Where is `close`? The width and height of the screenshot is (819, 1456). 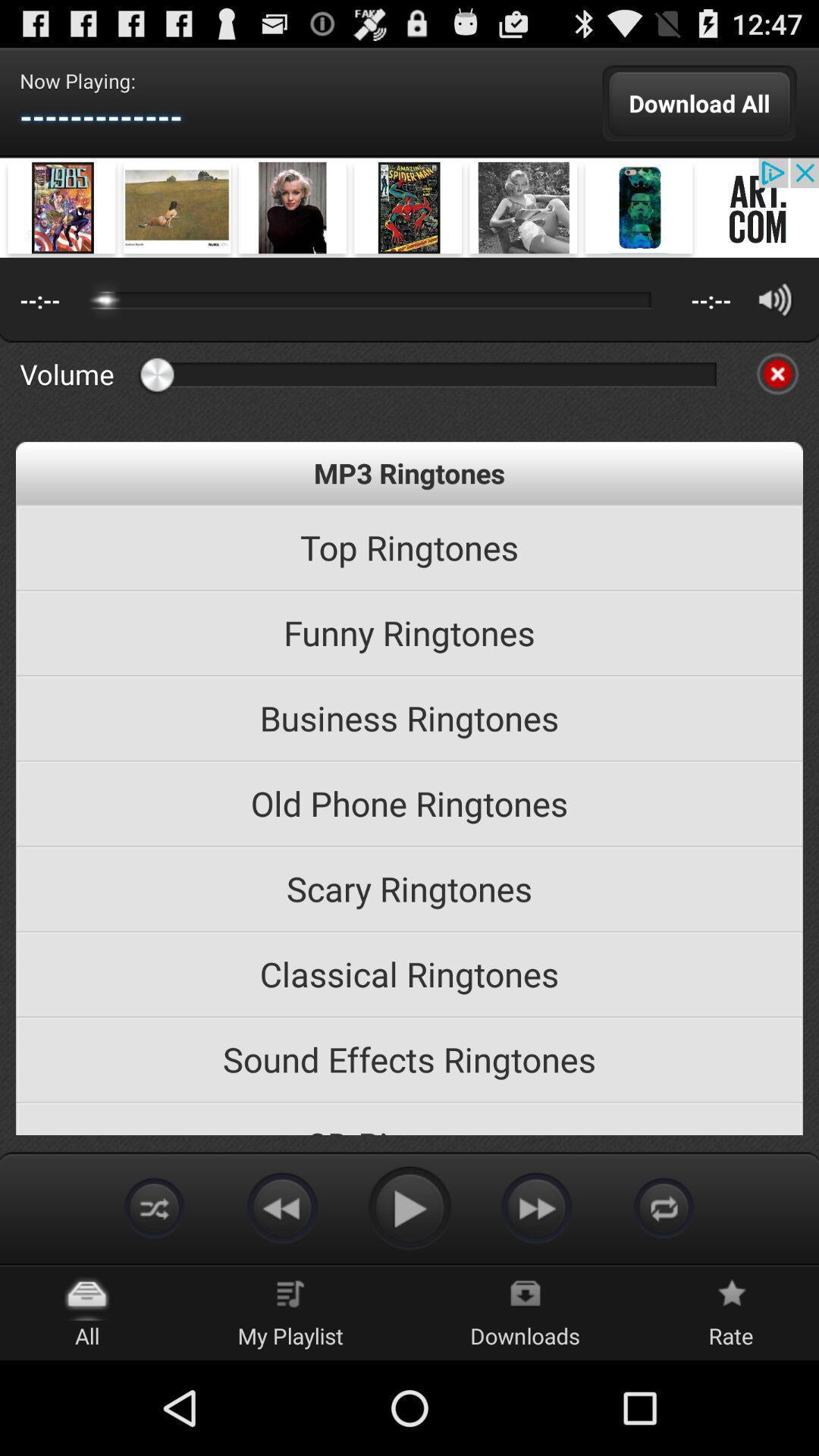
close is located at coordinates (777, 374).